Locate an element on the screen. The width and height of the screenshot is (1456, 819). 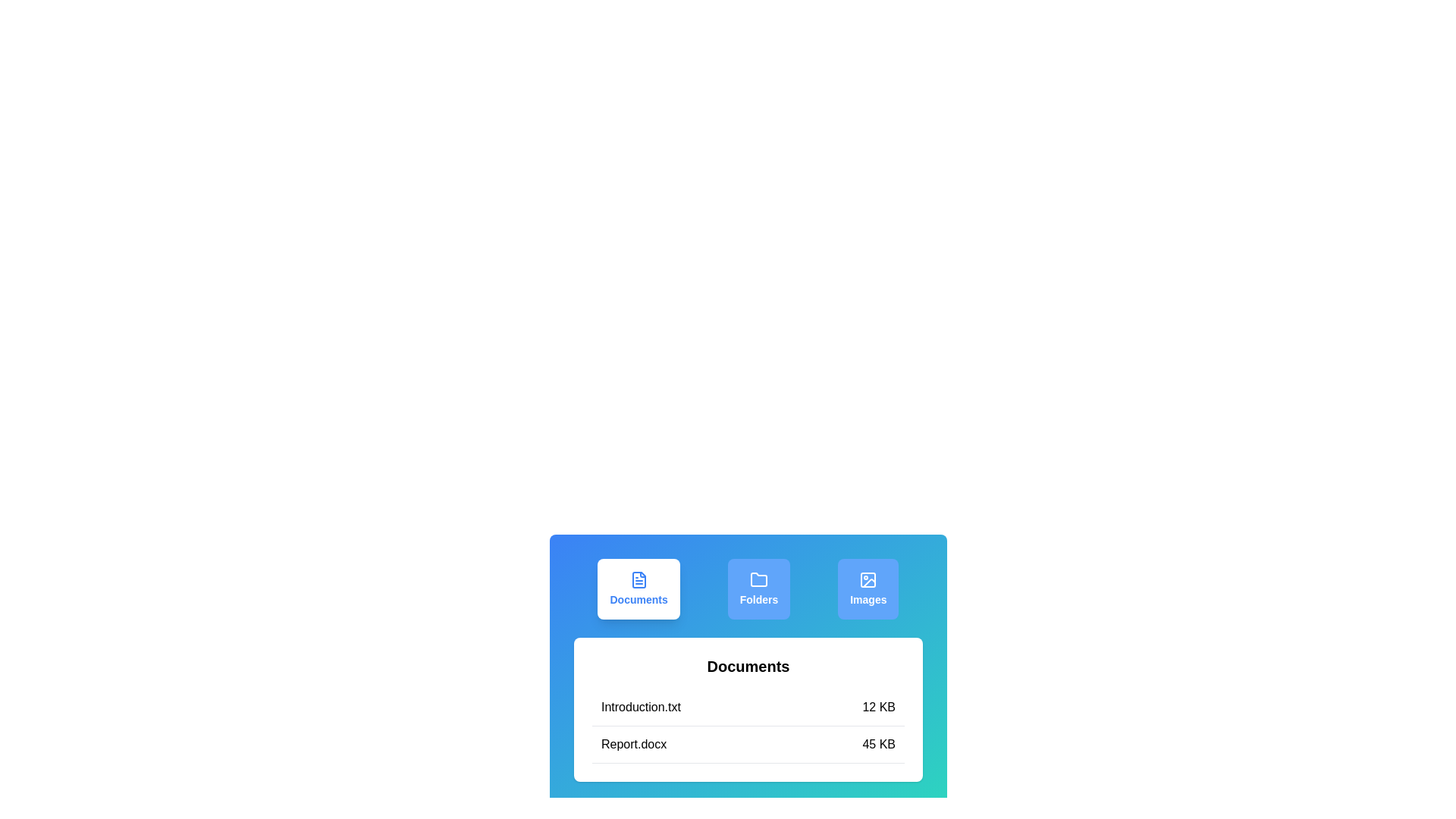
the 'Documents' icon, which is the first icon in a row of three icons, indicating the active tab is located at coordinates (639, 579).